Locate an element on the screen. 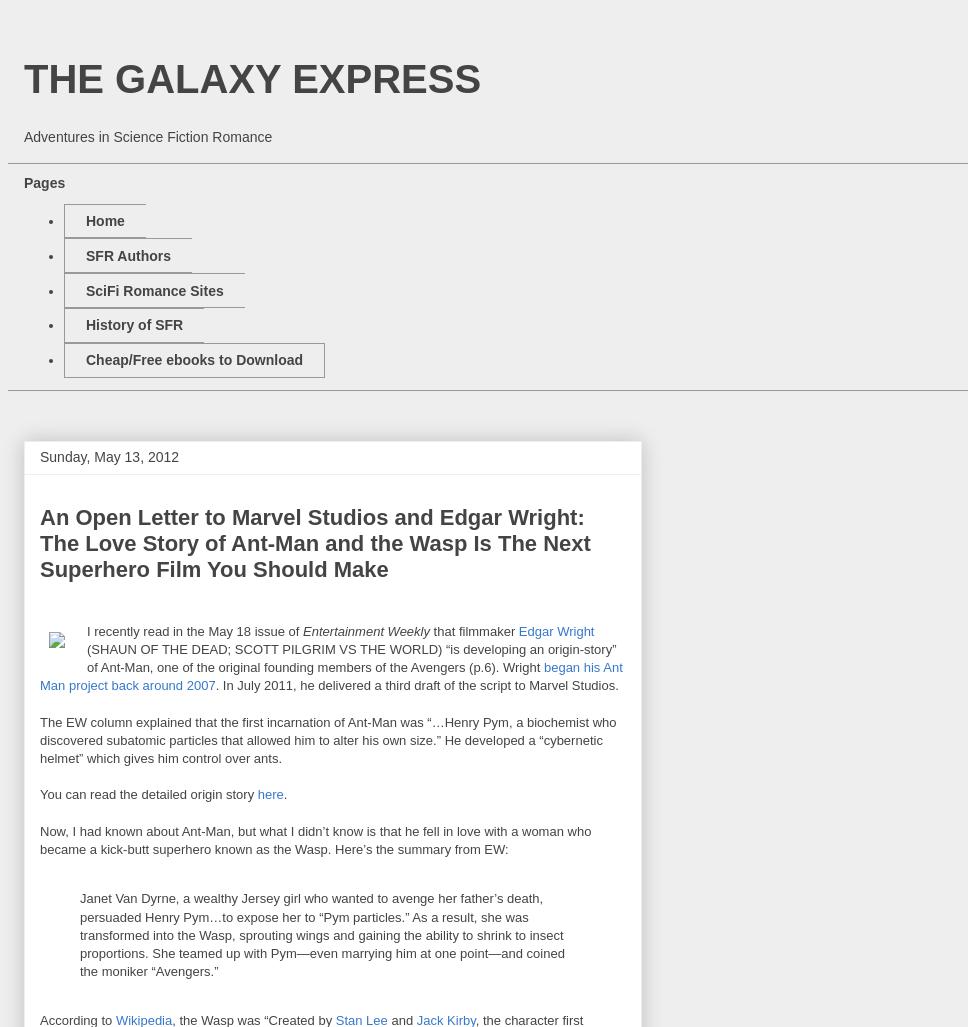 This screenshot has height=1027, width=968. 'Janet Van Dyrne, a wealthy Jersey
girl who wanted to avenge her father’s death, persuaded Henry Pym…to expose her
to “Pym particles.” As a result, she was transformed into the Wasp, sprouting
wings and gaining the ability to shrink to insect proportions. She teamed up
with Pym—even marrying him at one point—and coined the moniker “Avengers.”' is located at coordinates (320, 934).